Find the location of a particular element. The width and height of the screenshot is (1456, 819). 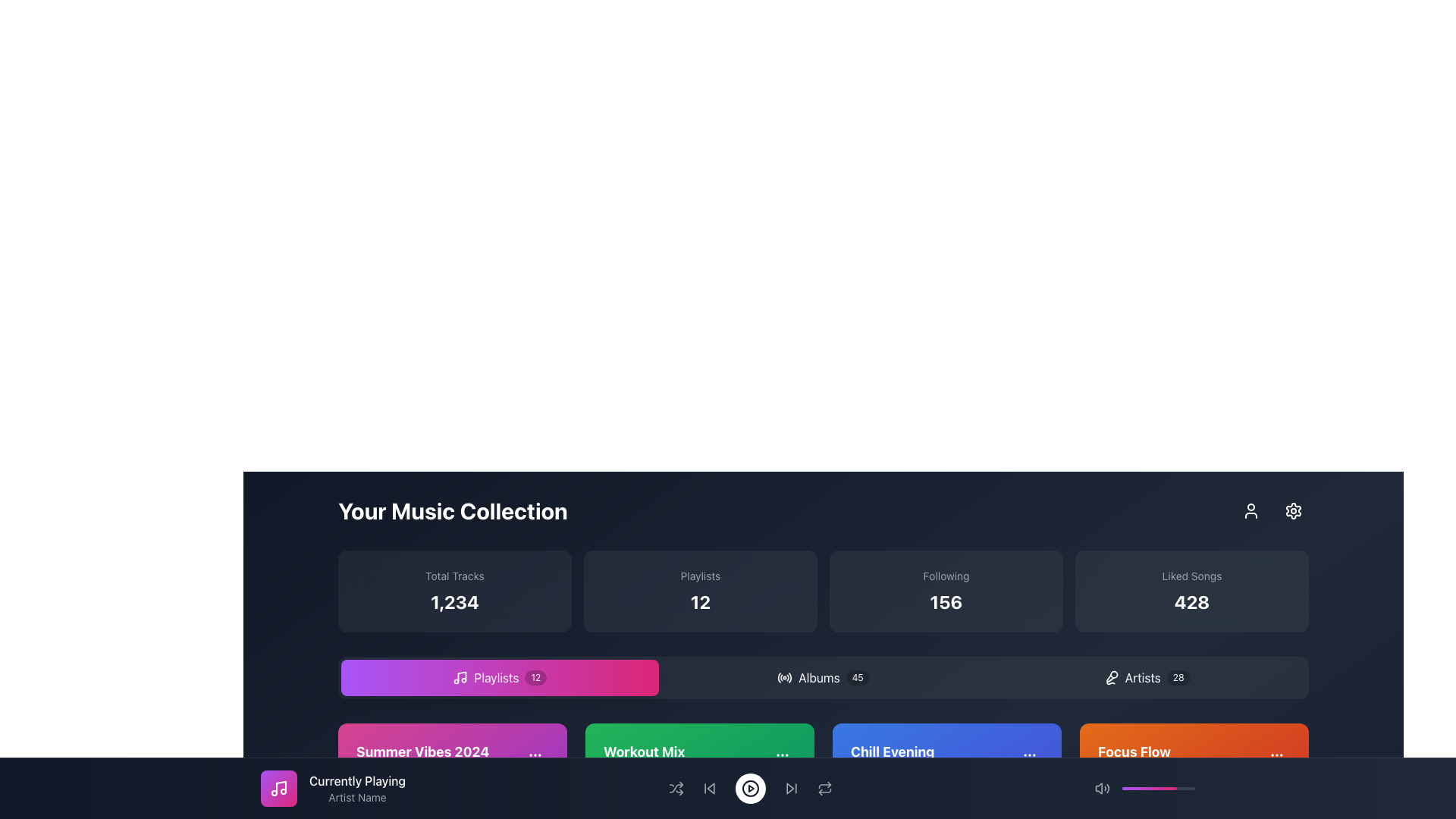

the Grouped Icons located in the top-right corner of the 'Your Music Collection' section is located at coordinates (1272, 511).